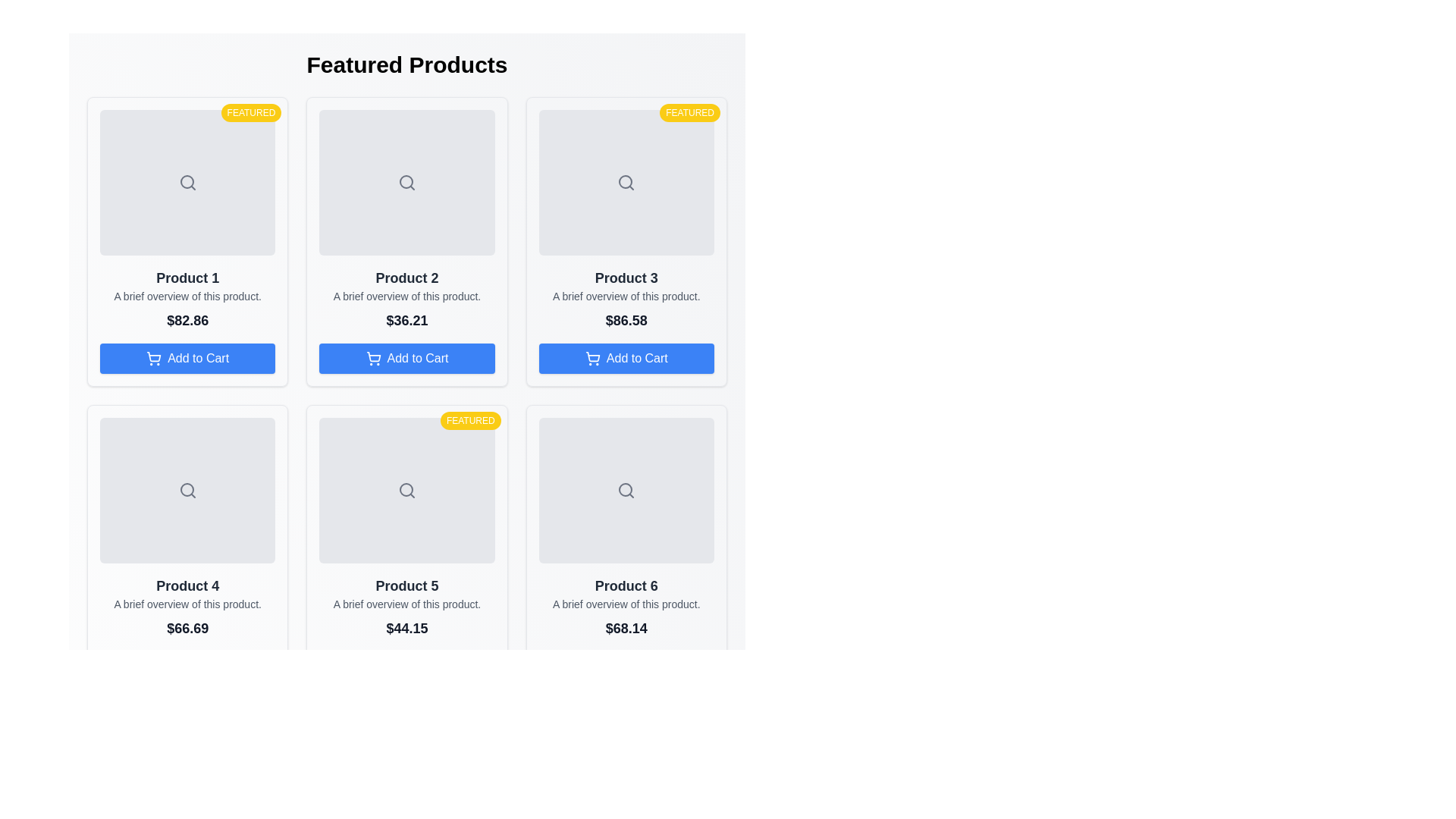 This screenshot has height=819, width=1456. I want to click on the 'Product 2' label, which is a bold, dark gray text element styled as the product name, located above the price display in the product panel, so click(407, 278).